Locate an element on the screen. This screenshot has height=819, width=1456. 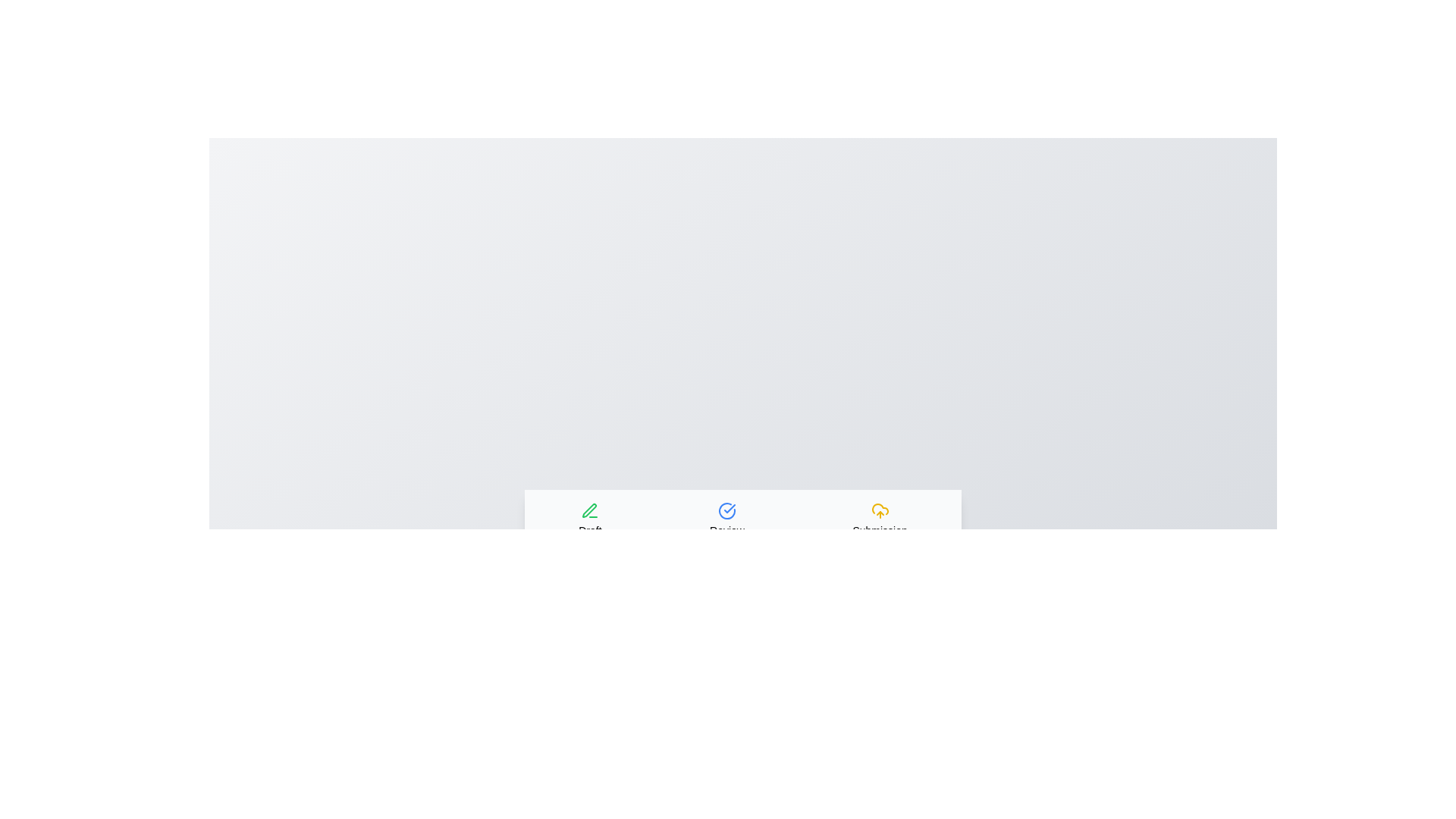
the Draft tab to view its content is located at coordinates (588, 519).